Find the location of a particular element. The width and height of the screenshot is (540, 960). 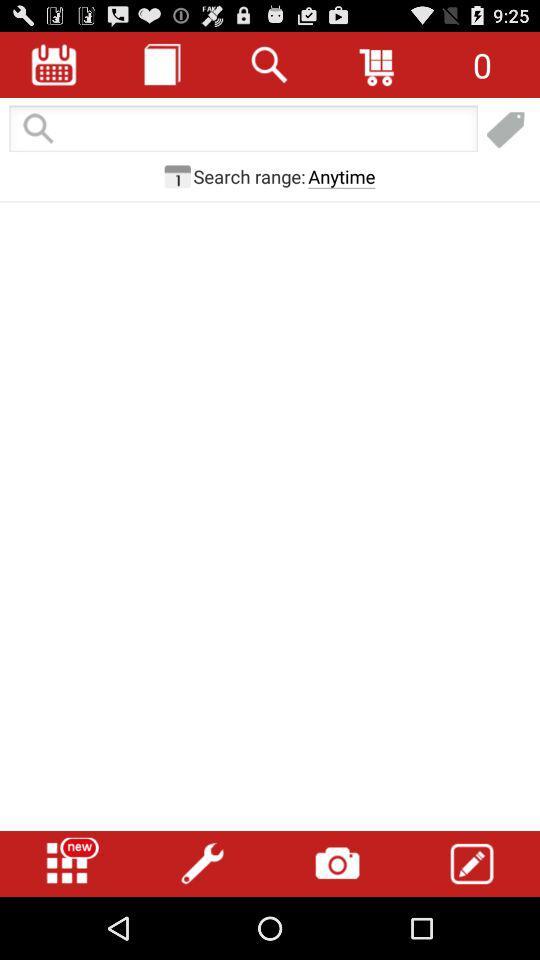

item to the left of 0 app is located at coordinates (378, 64).